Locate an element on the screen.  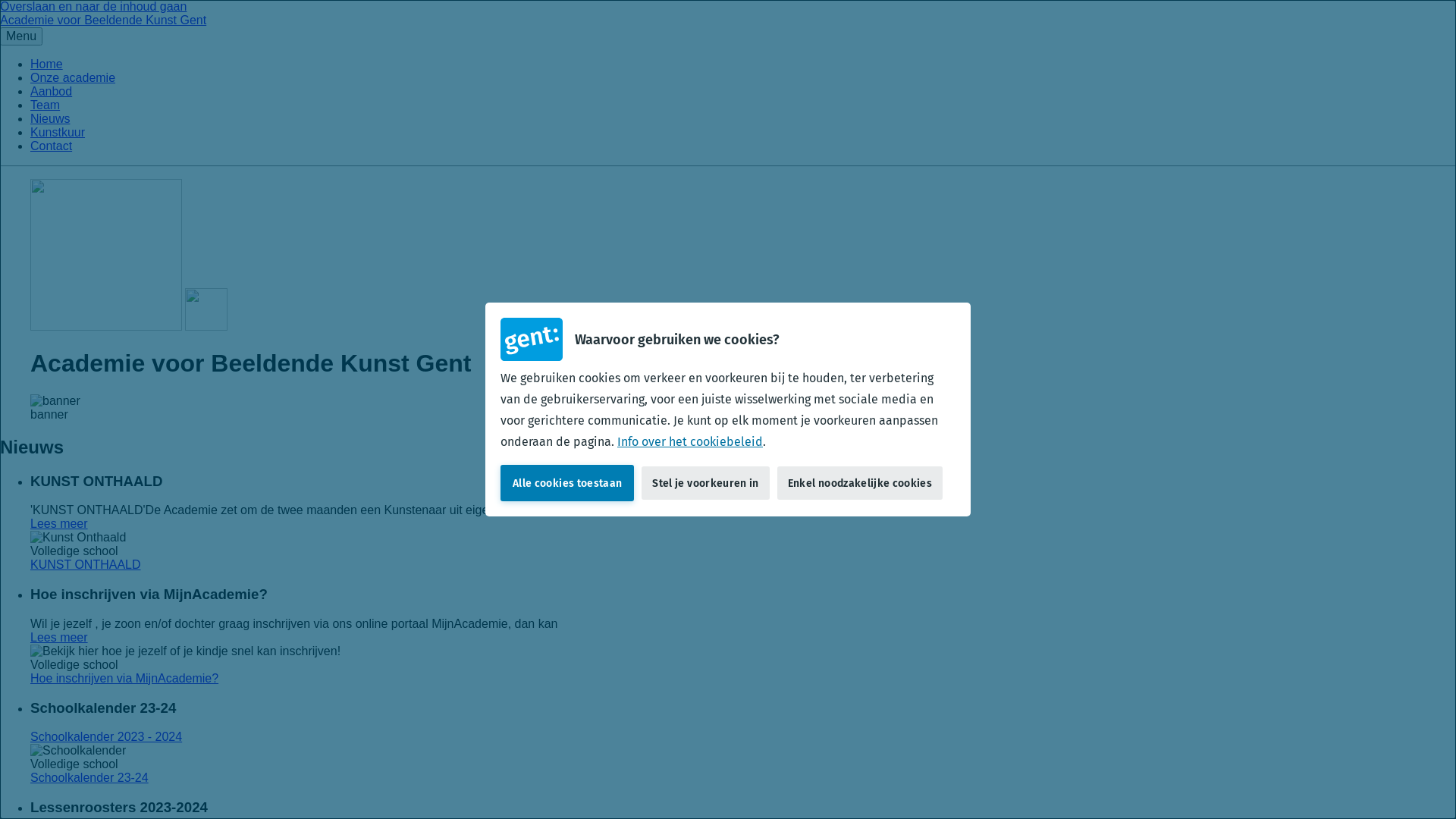
'Stel je voorkeuren in' is located at coordinates (704, 482).